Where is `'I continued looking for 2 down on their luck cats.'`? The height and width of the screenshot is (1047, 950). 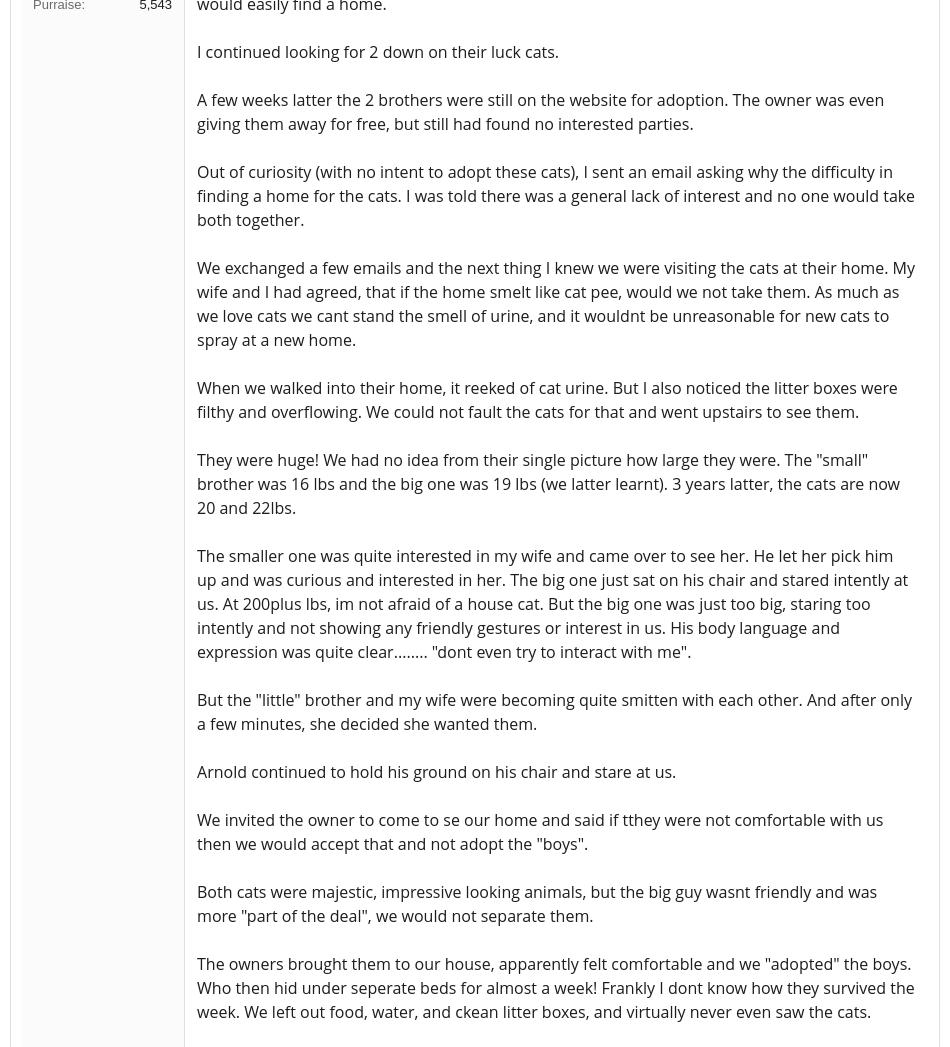
'I continued looking for 2 down on their luck cats.' is located at coordinates (197, 50).